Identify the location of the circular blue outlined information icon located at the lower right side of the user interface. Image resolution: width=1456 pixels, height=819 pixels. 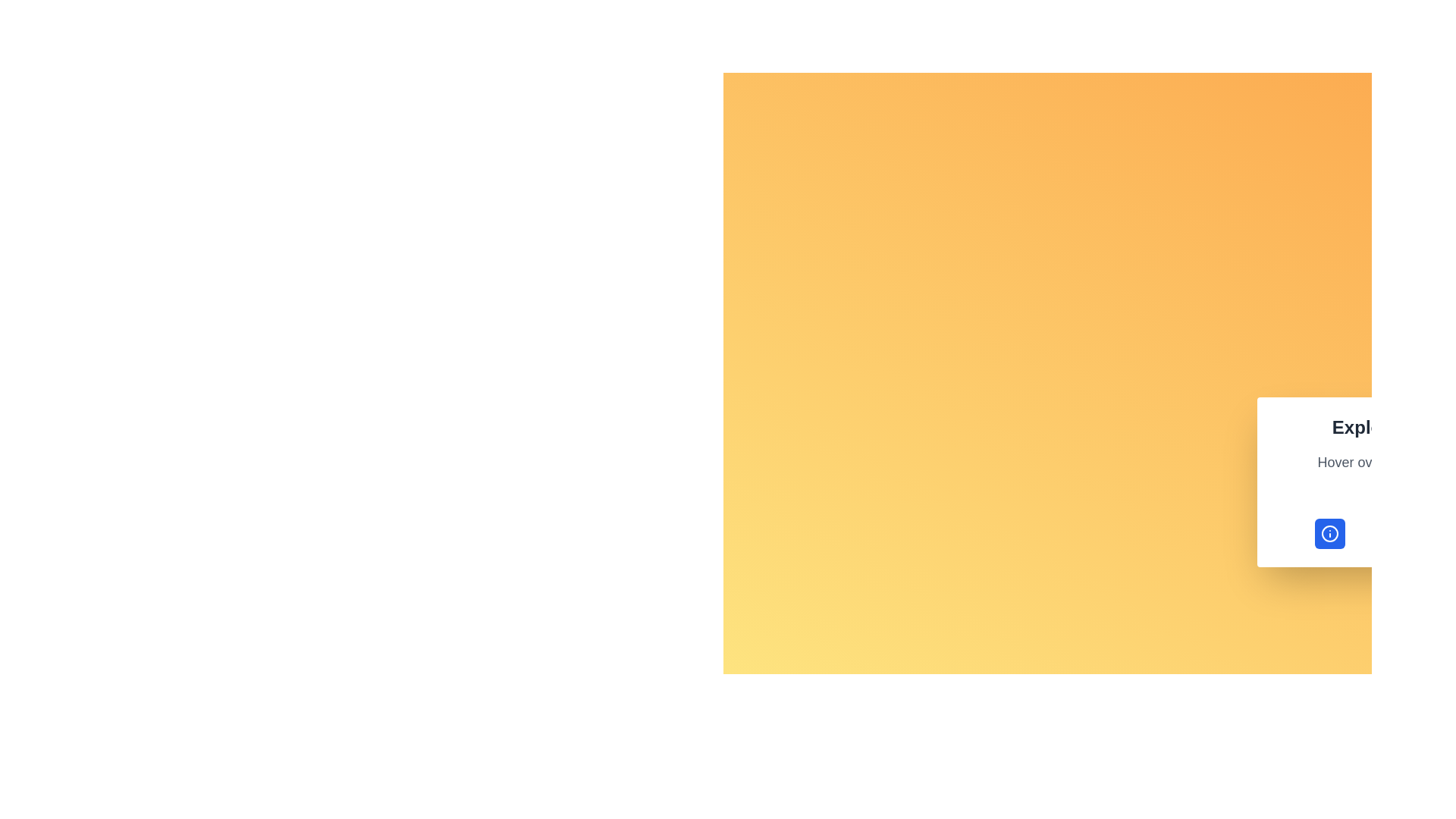
(1329, 533).